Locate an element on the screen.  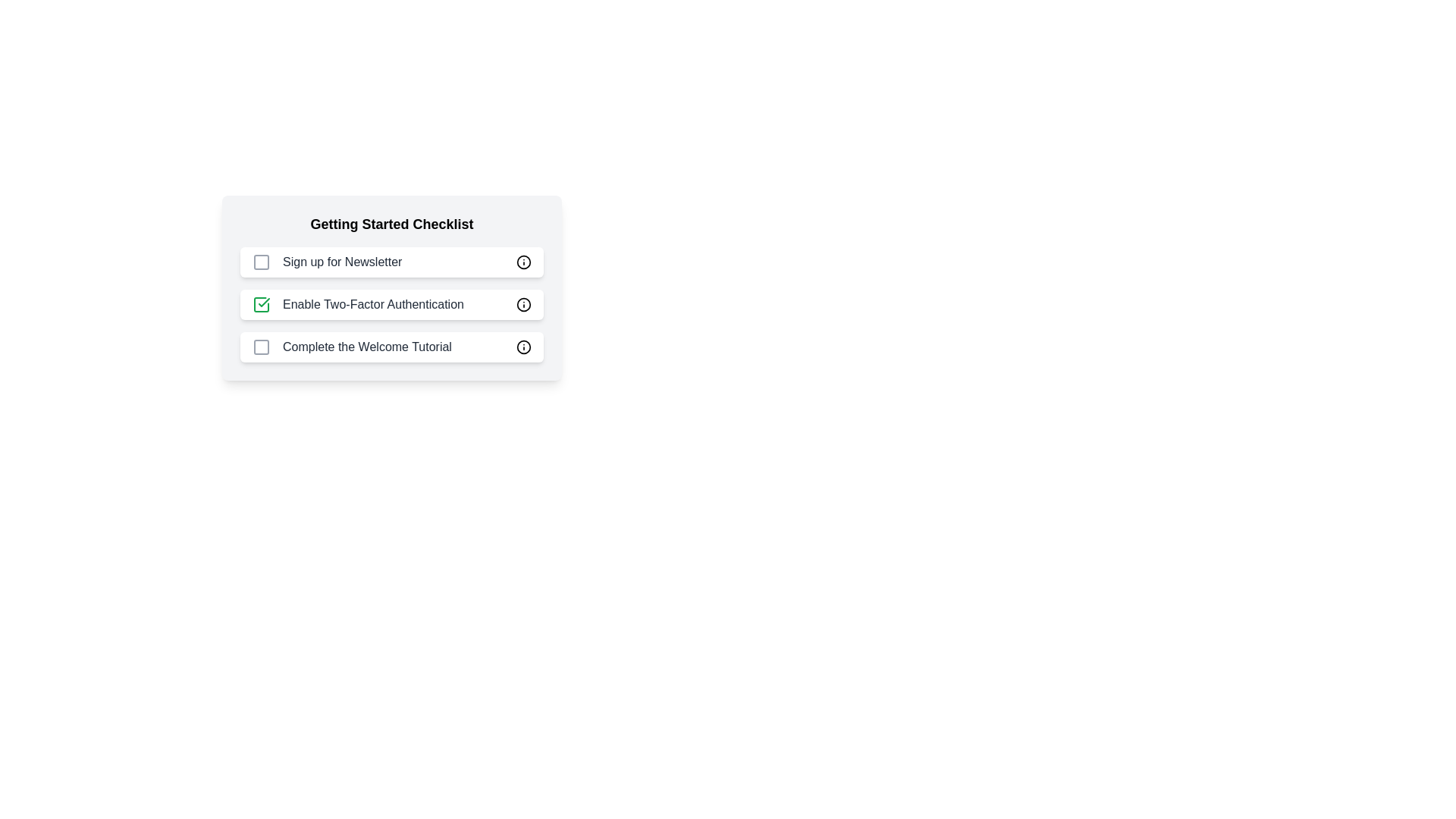
the green checkmark icon that indicates the completion of the 'Enable Two-Factor Authentication' checklist item is located at coordinates (264, 302).